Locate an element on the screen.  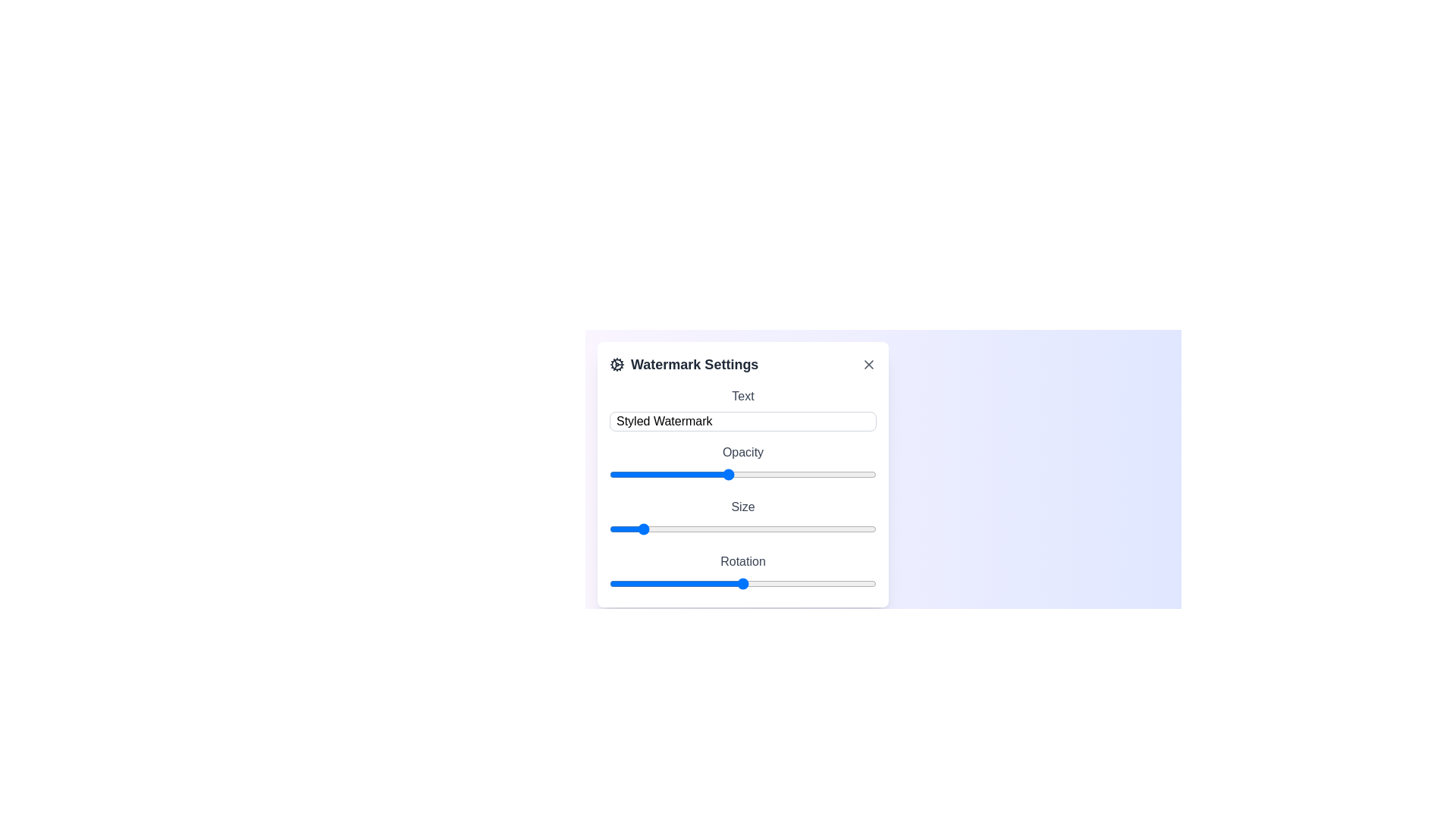
the size is located at coordinates (661, 529).